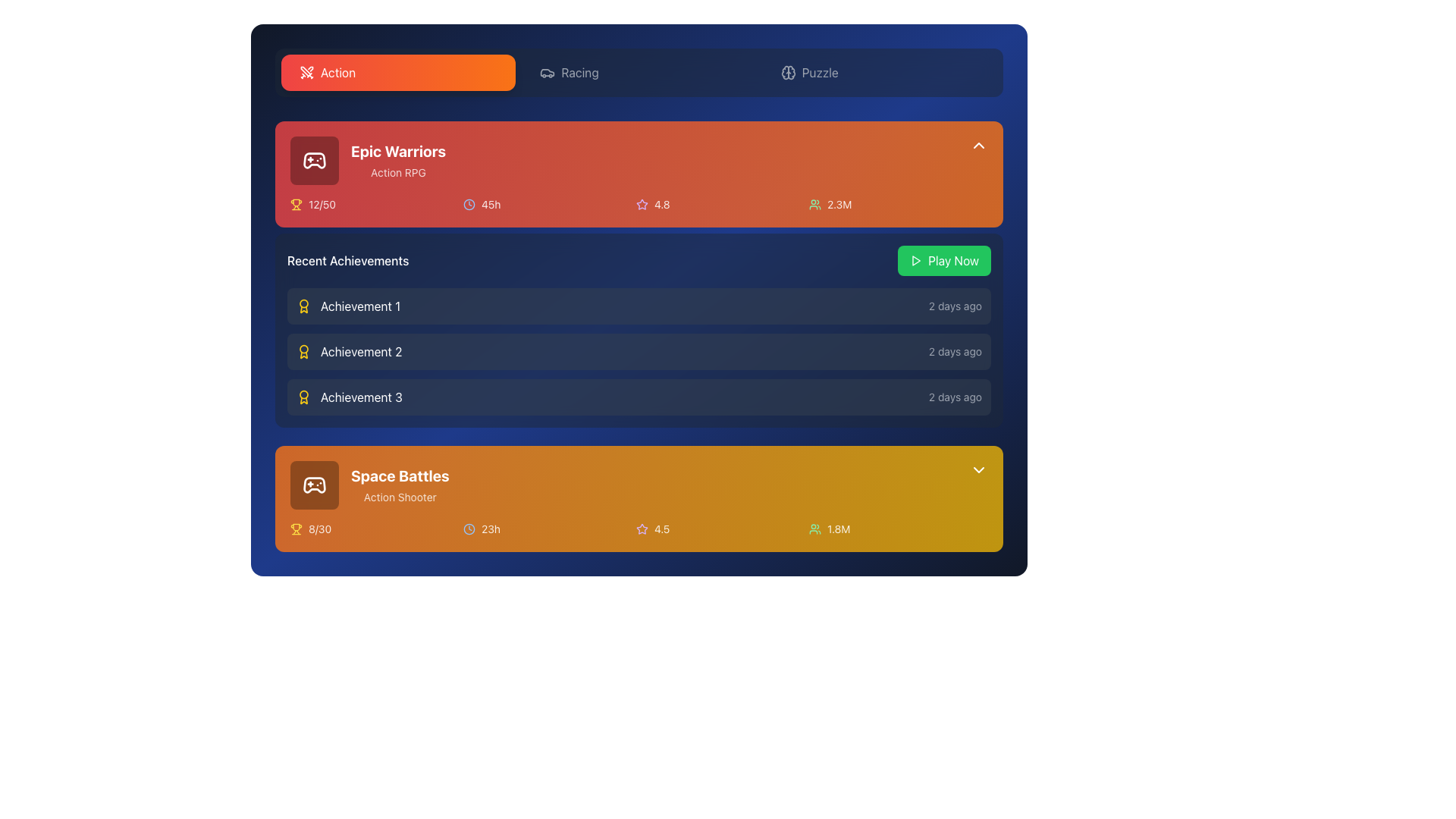 This screenshot has height=819, width=1456. I want to click on the star icon used for ratings in the 'Space Battles' section, which visually represents a 5-star rating system and is located immediately to the left of the numeric rating '4.5', so click(642, 529).